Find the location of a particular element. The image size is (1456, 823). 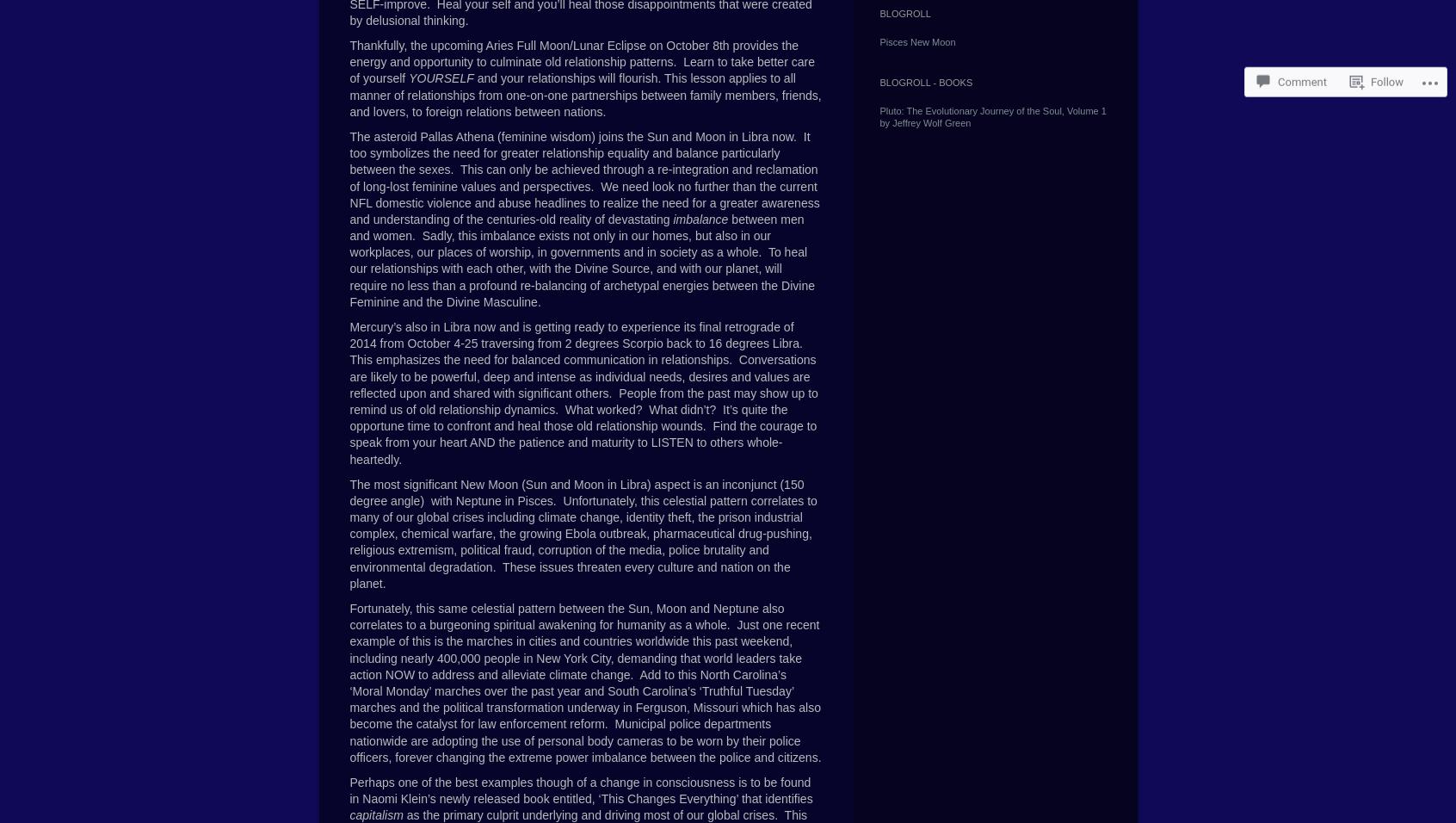

'YOURSELF' is located at coordinates (441, 77).